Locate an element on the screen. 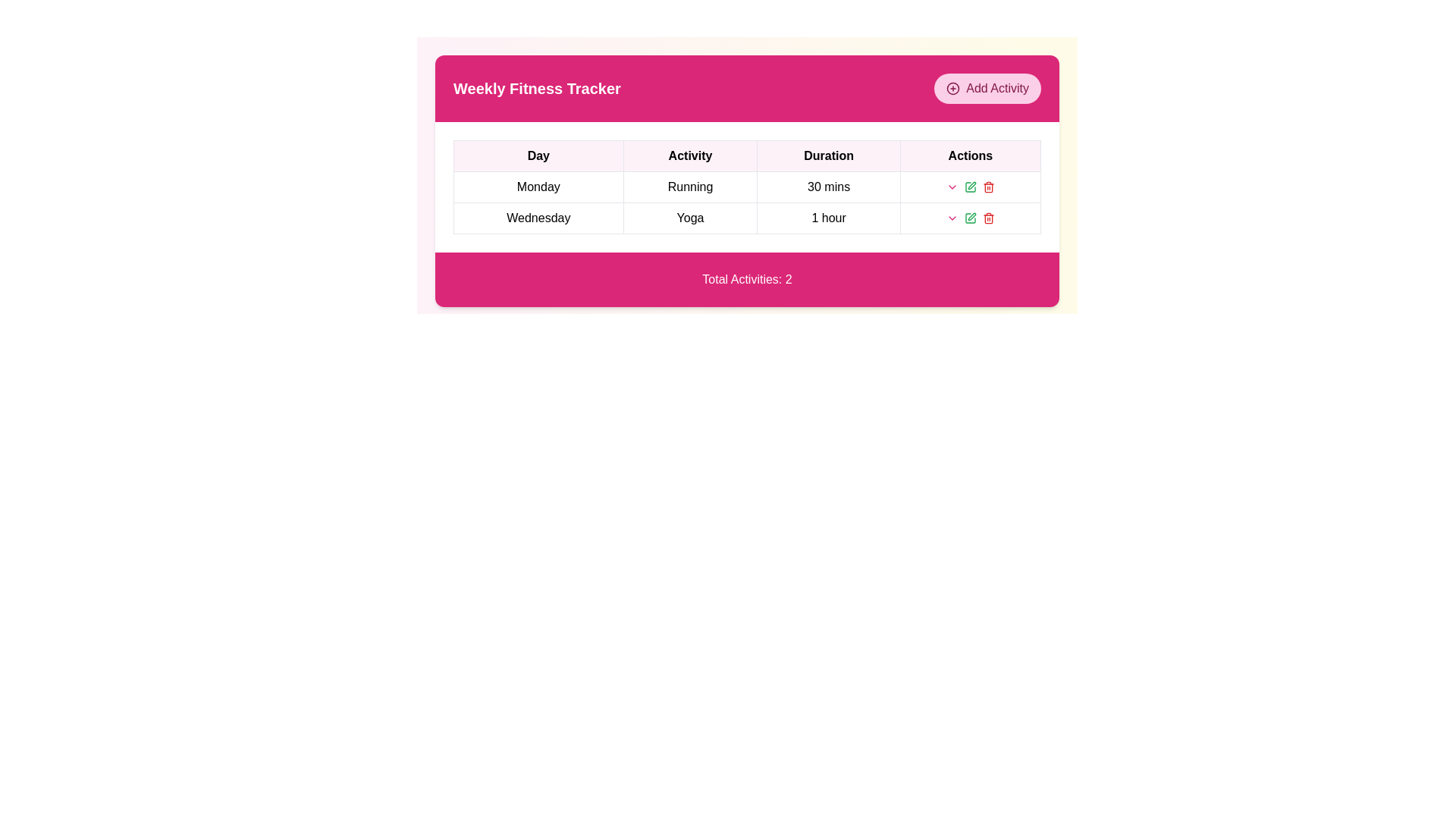 Image resolution: width=1456 pixels, height=819 pixels. the first row of the fitness activity data table displaying 'Running' for Monday with a duration of '30 mins' is located at coordinates (747, 202).